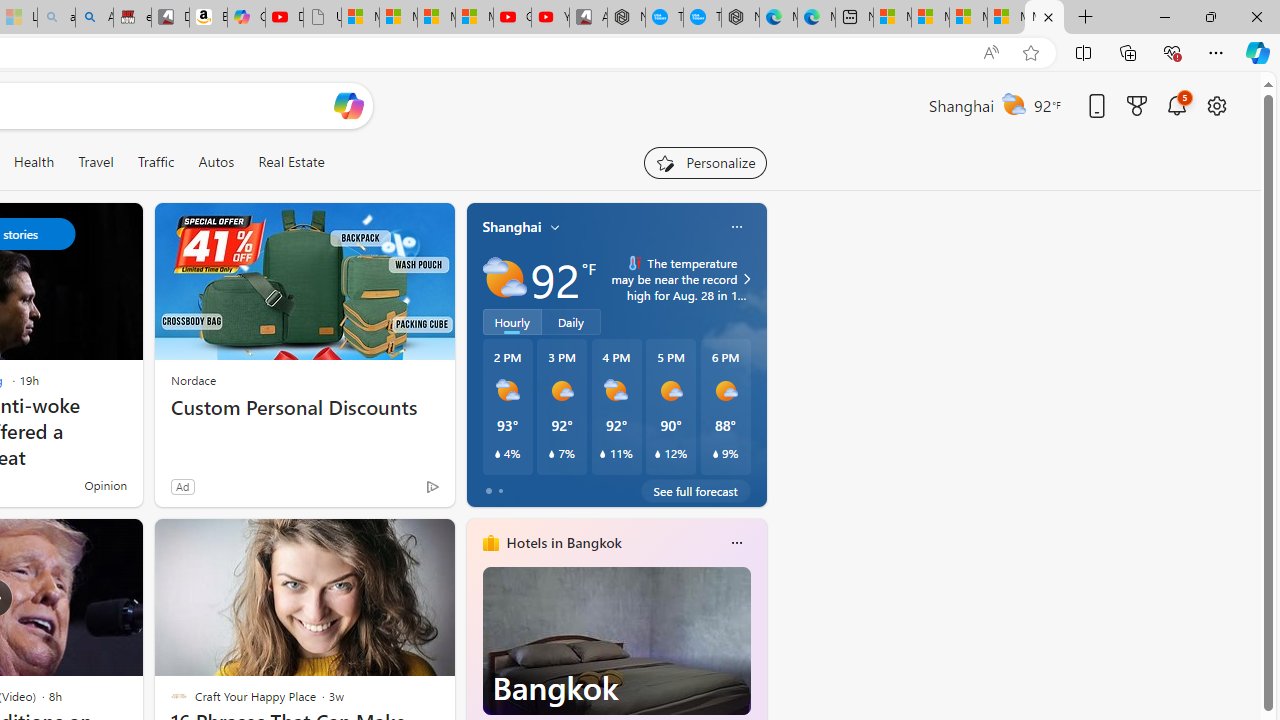 This screenshot has height=720, width=1280. What do you see at coordinates (555, 226) in the screenshot?
I see `'My location'` at bounding box center [555, 226].